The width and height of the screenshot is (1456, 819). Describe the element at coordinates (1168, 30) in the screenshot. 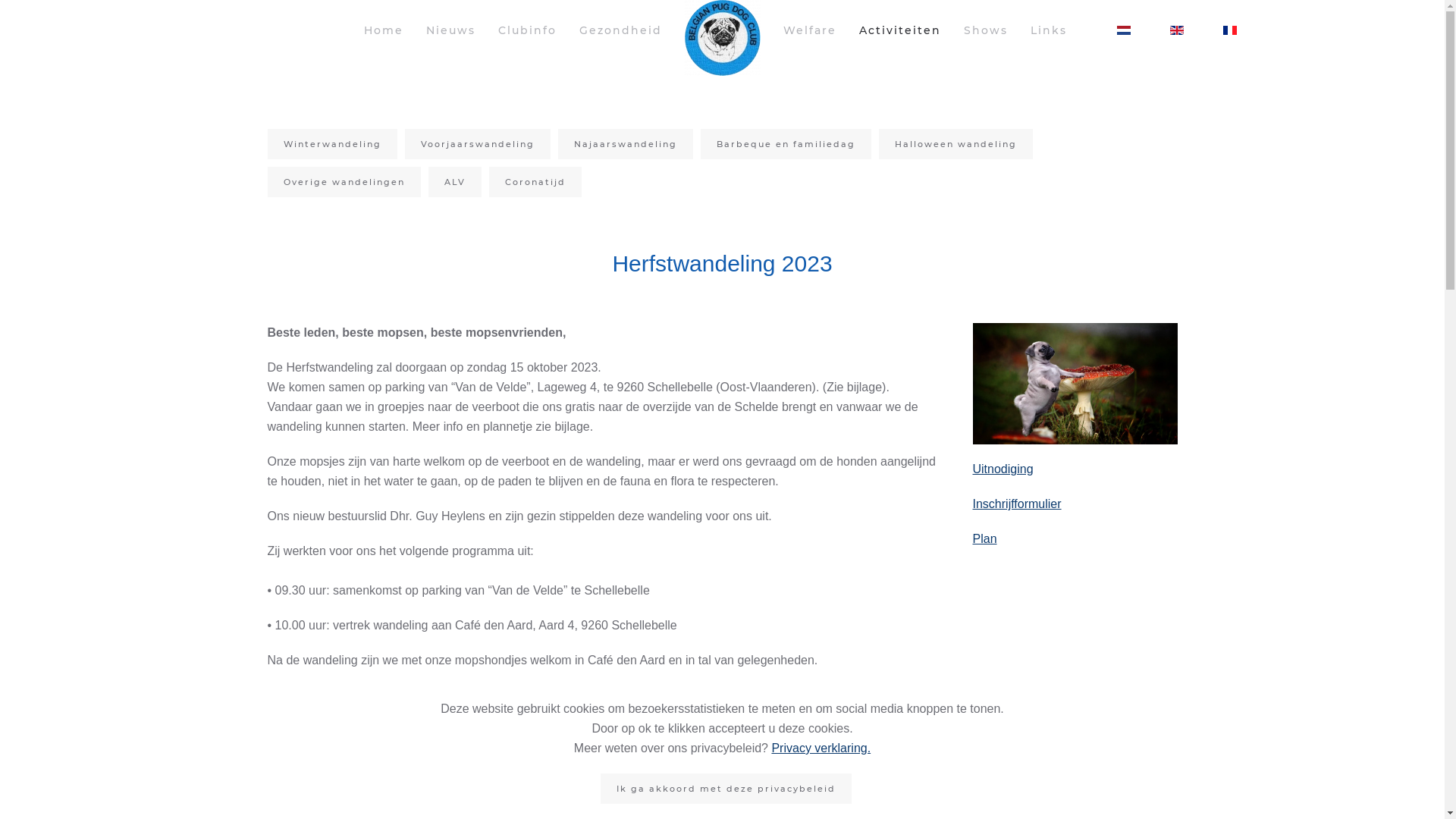

I see `'English (United Kingdom)'` at that location.